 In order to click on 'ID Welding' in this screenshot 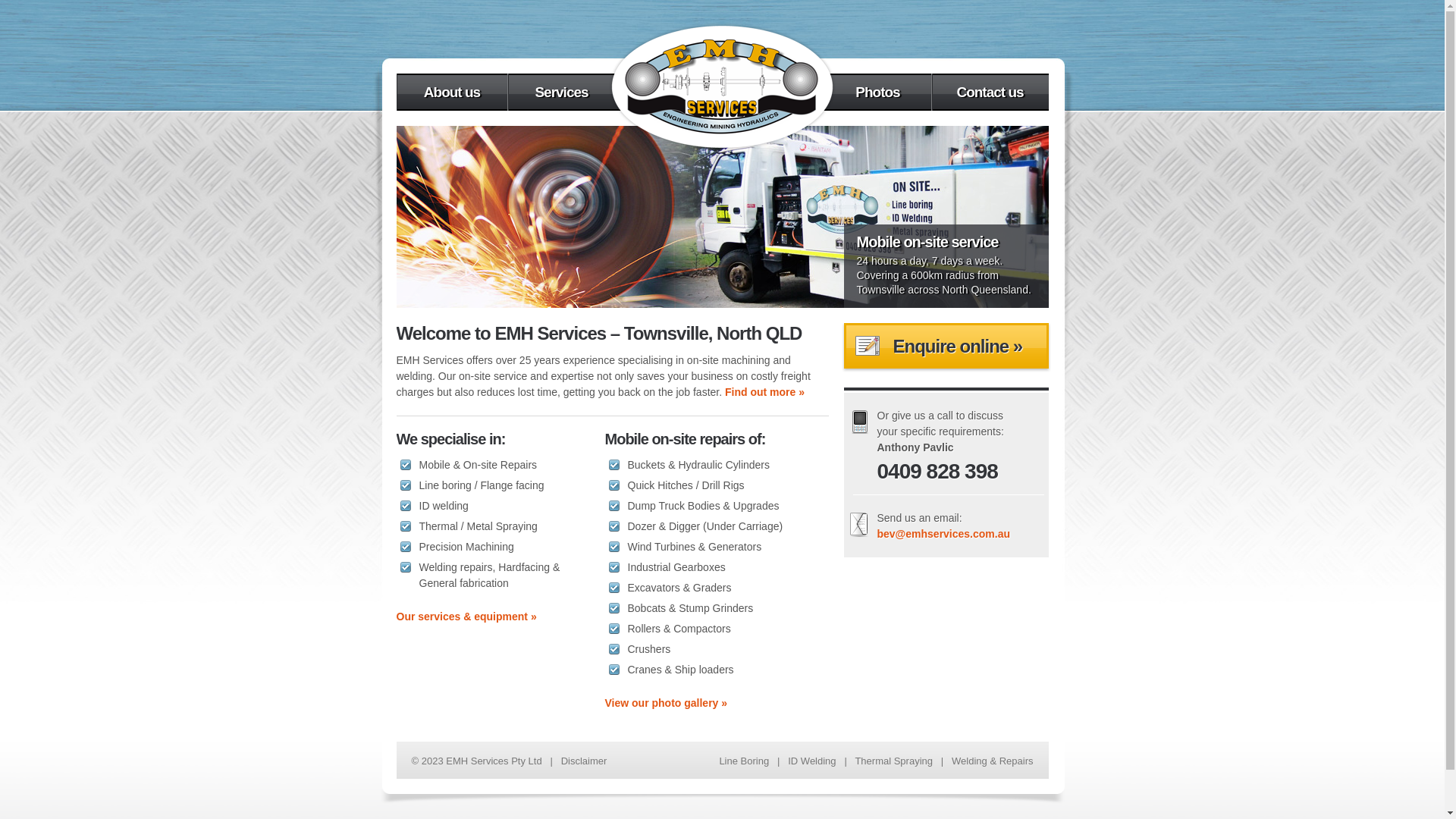, I will do `click(811, 761)`.